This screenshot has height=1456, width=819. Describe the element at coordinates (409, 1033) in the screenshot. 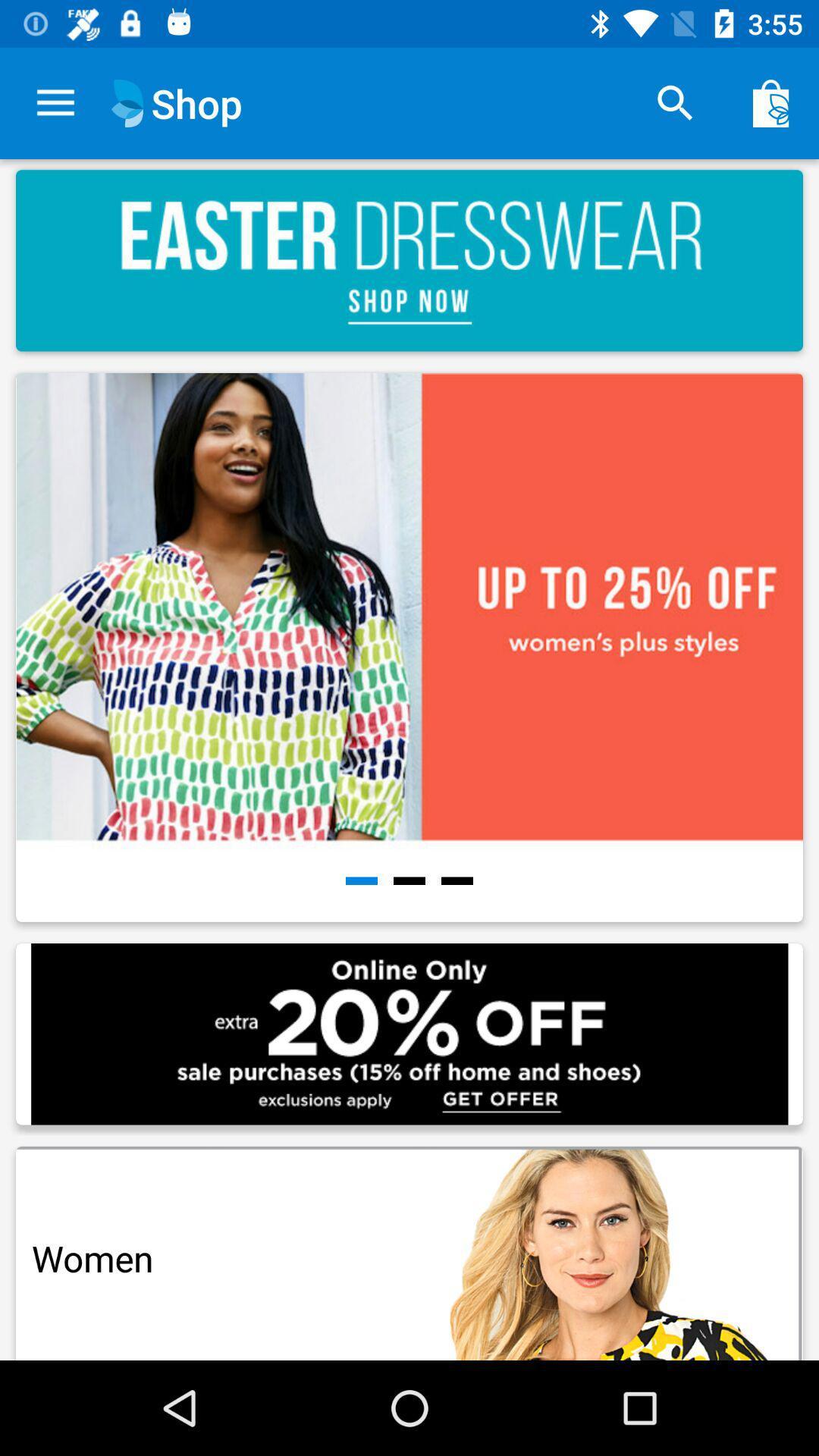

I see `20 off at the bottom` at that location.